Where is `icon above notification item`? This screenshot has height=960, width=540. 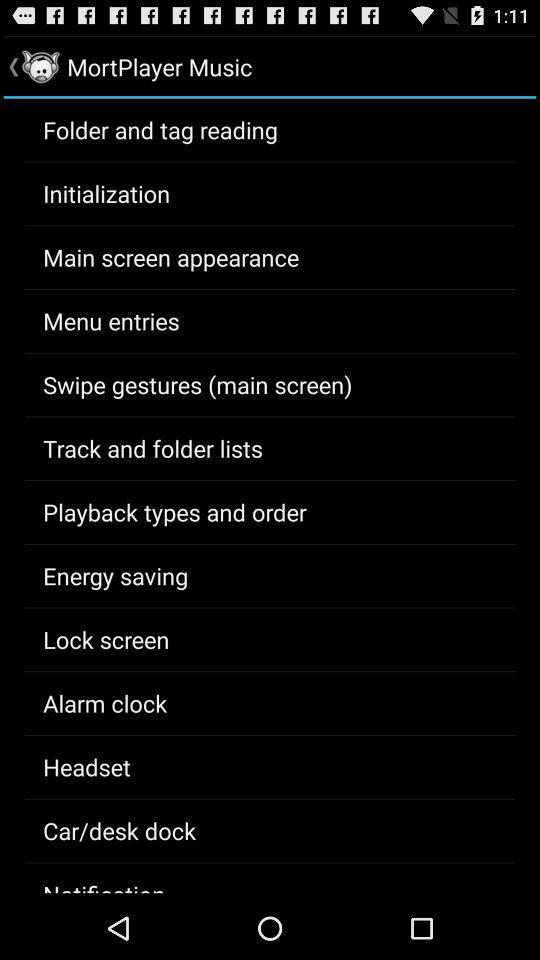 icon above notification item is located at coordinates (119, 830).